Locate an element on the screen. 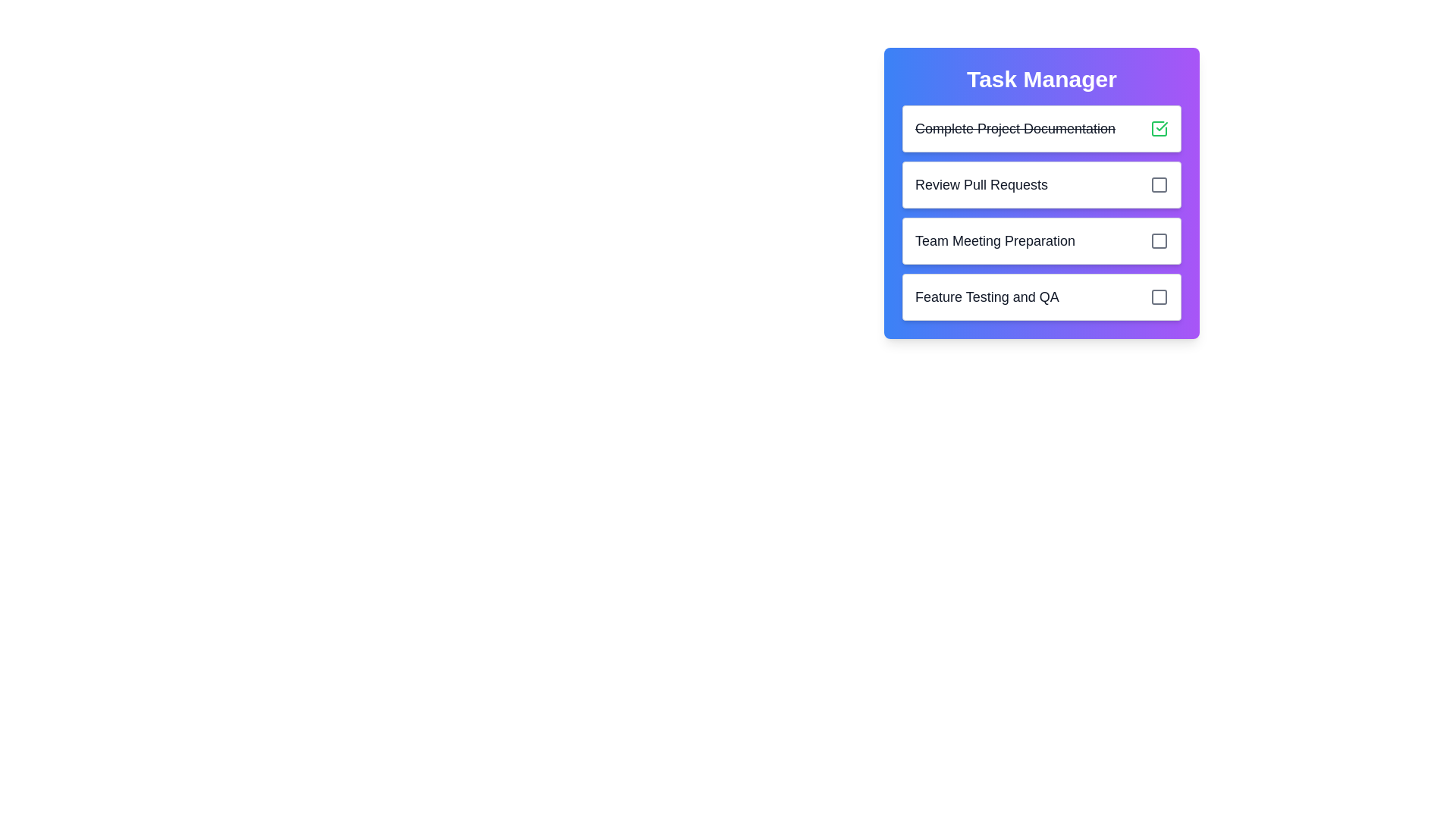  task title 'Team Meeting Preparation' from the third task item in the Task Manager interface, which includes a checkbox for marking completion is located at coordinates (1040, 240).